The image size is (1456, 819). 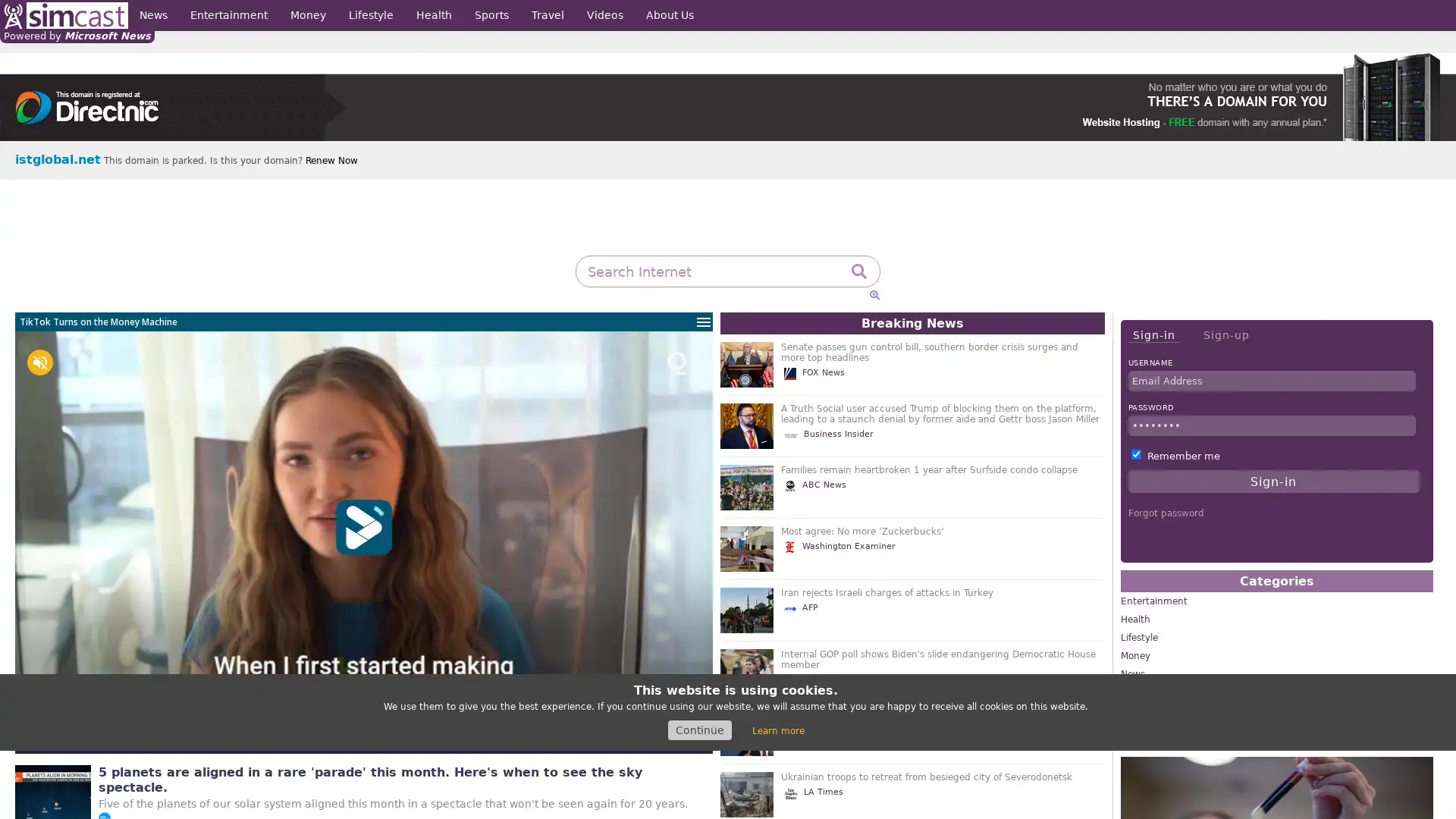 What do you see at coordinates (1153, 334) in the screenshot?
I see `Sign-in` at bounding box center [1153, 334].